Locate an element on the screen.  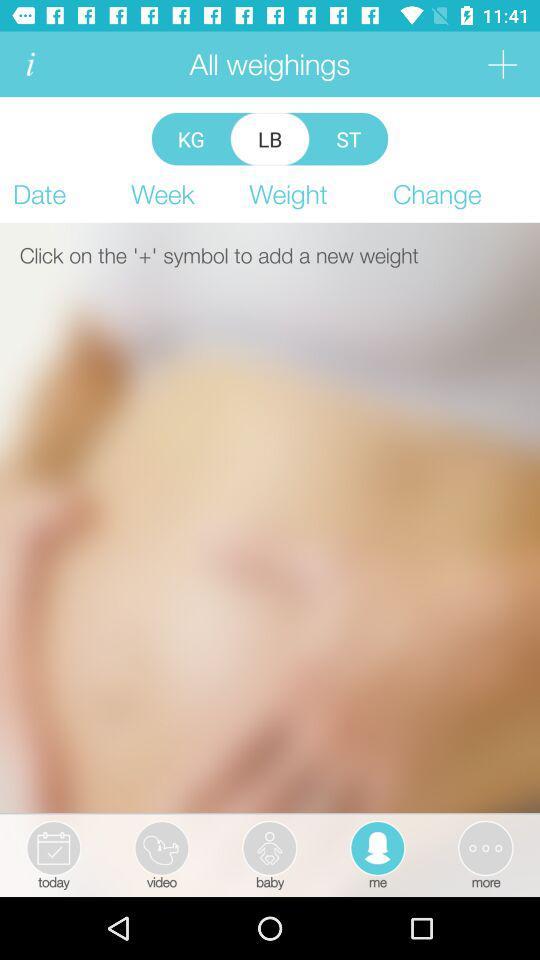
lb item is located at coordinates (270, 138).